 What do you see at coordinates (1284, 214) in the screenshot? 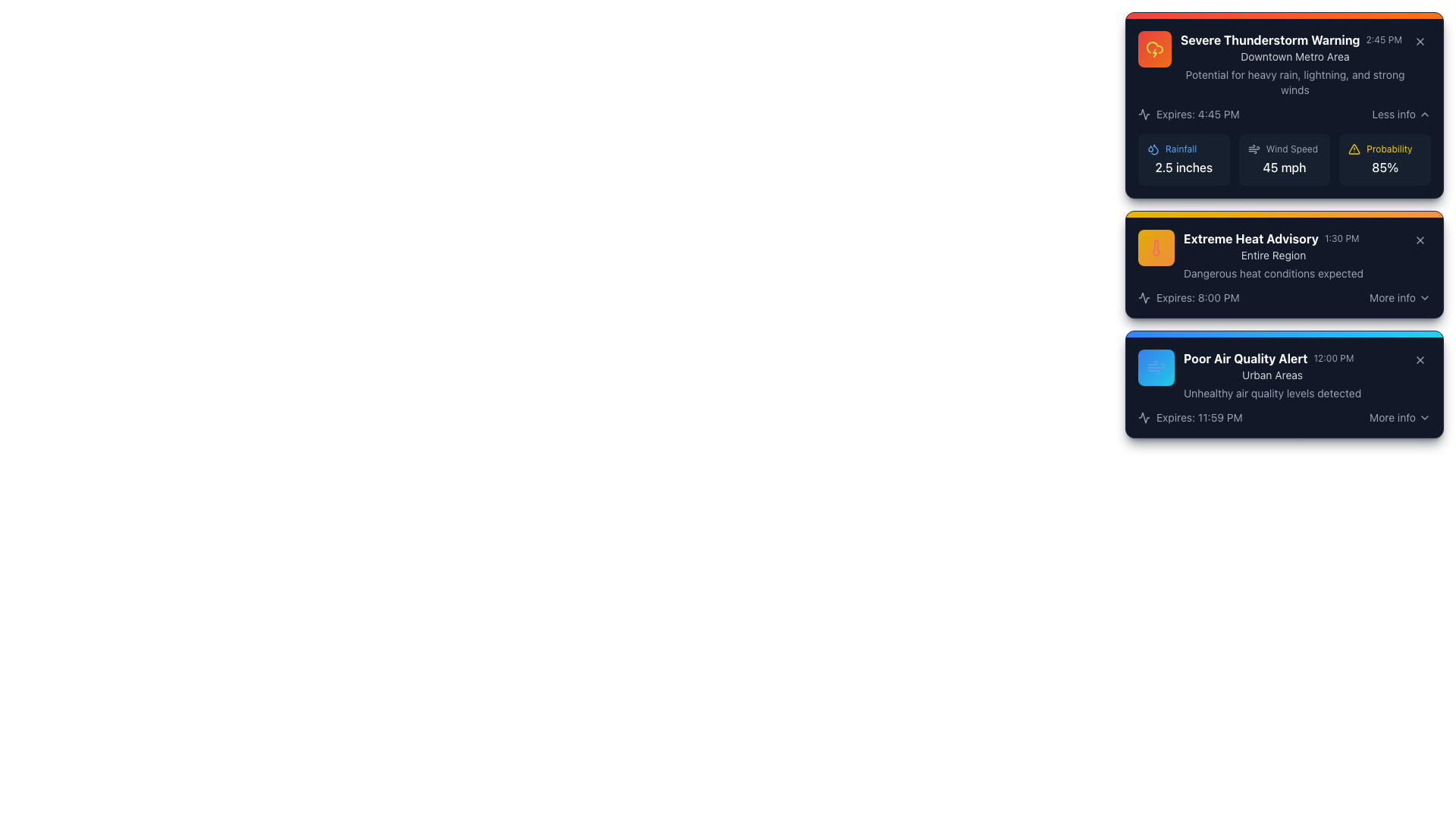
I see `the thin horizontal gradient decorative bar located at the top of the notification card, which transitions from yellow to orange` at bounding box center [1284, 214].